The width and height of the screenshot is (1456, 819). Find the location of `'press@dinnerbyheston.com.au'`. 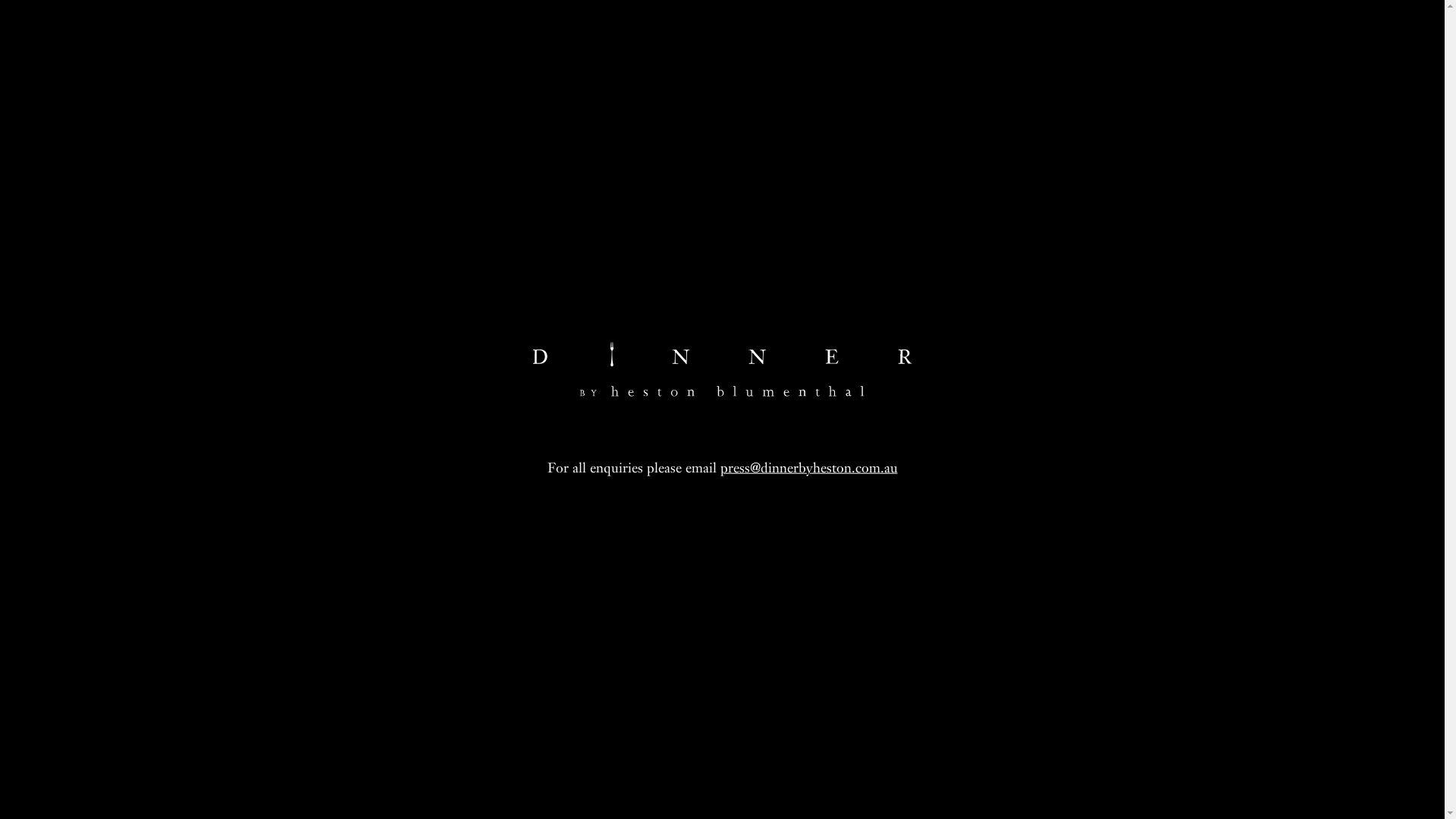

'press@dinnerbyheston.com.au' is located at coordinates (808, 466).